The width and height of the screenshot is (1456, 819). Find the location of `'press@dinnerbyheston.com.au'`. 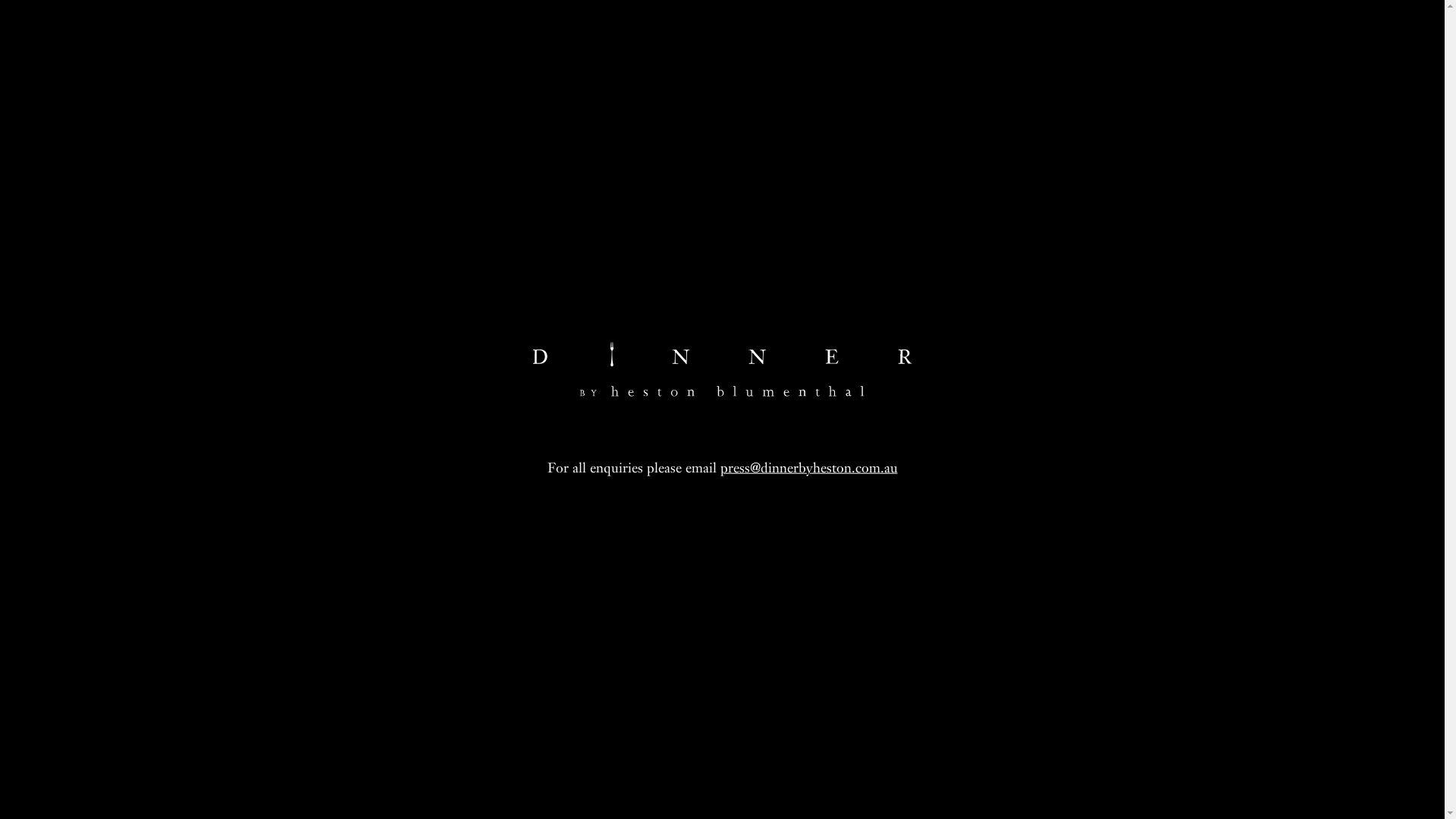

'press@dinnerbyheston.com.au' is located at coordinates (808, 466).